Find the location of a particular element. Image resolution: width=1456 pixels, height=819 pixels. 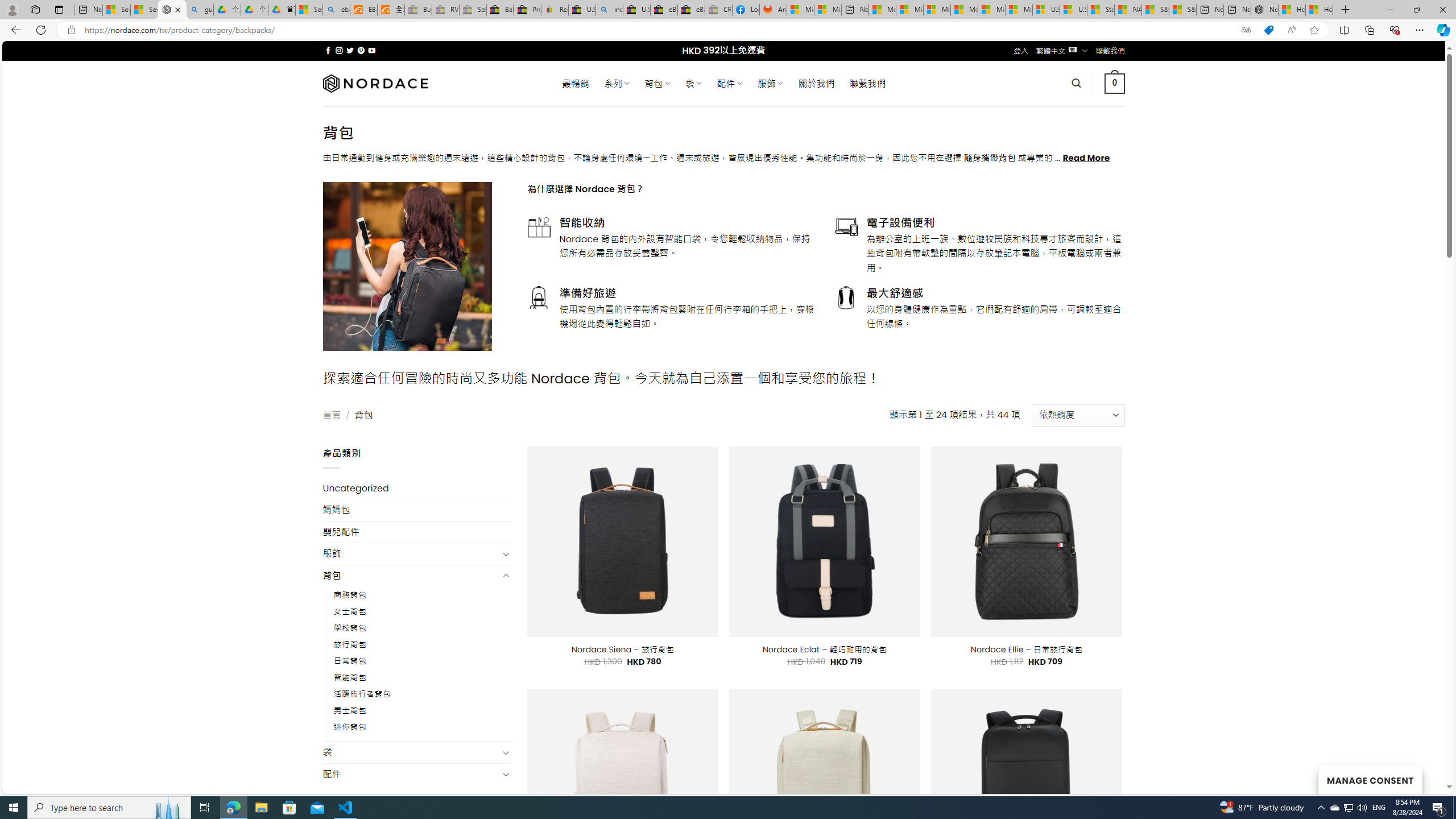

'Microsoft account | Home' is located at coordinates (936, 9).